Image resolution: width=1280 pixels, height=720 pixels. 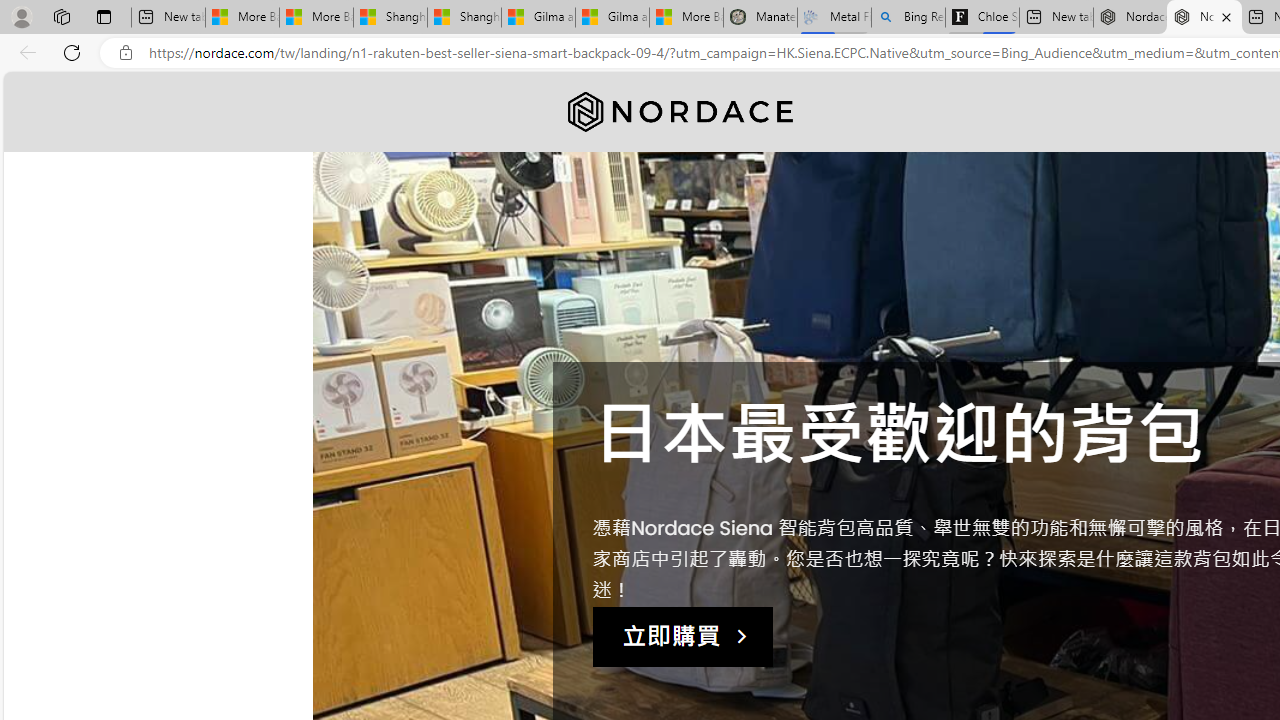 What do you see at coordinates (72, 51) in the screenshot?
I see `'Refresh'` at bounding box center [72, 51].